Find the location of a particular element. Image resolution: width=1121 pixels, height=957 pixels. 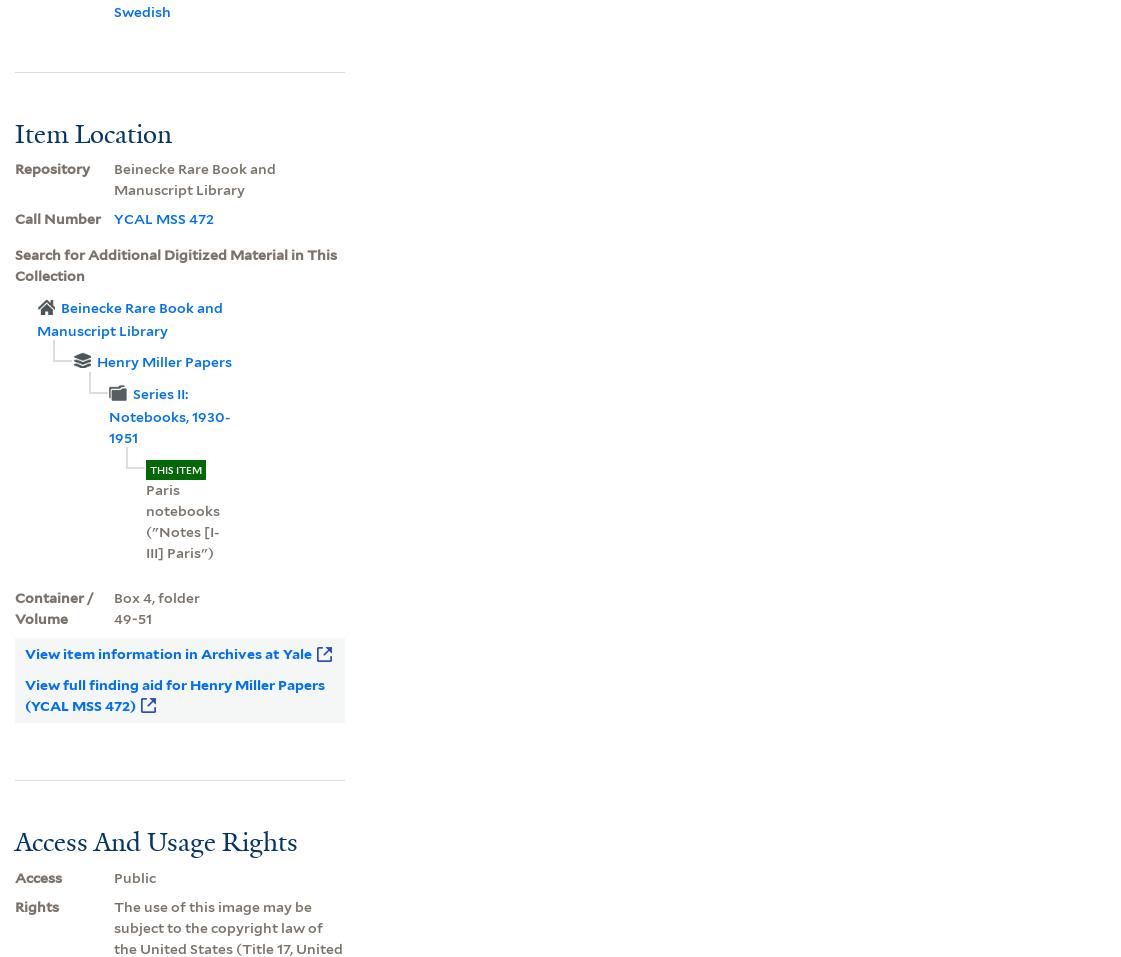

'YCAL MSS 472' is located at coordinates (163, 217).